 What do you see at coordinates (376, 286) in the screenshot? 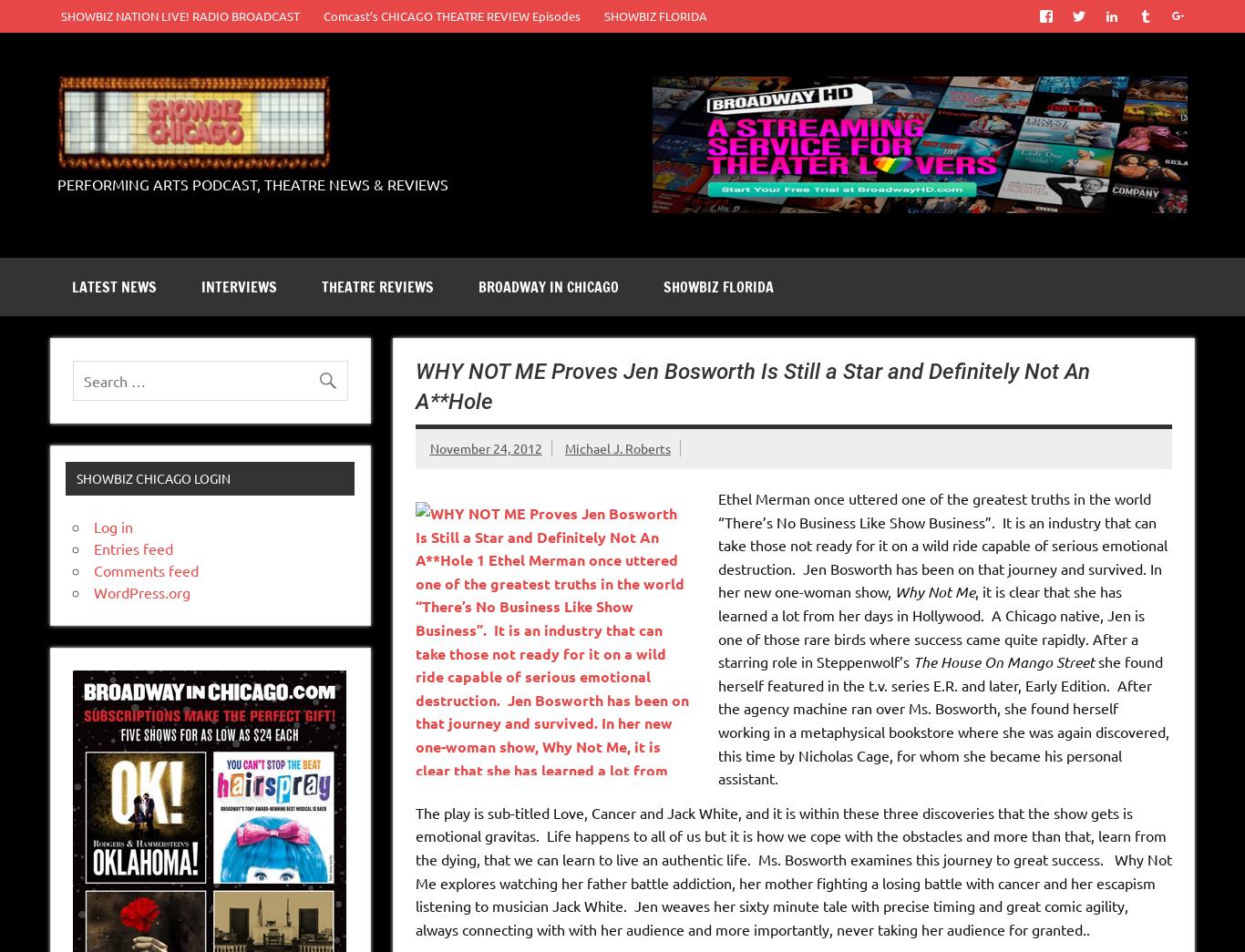
I see `'Theatre Reviews'` at bounding box center [376, 286].